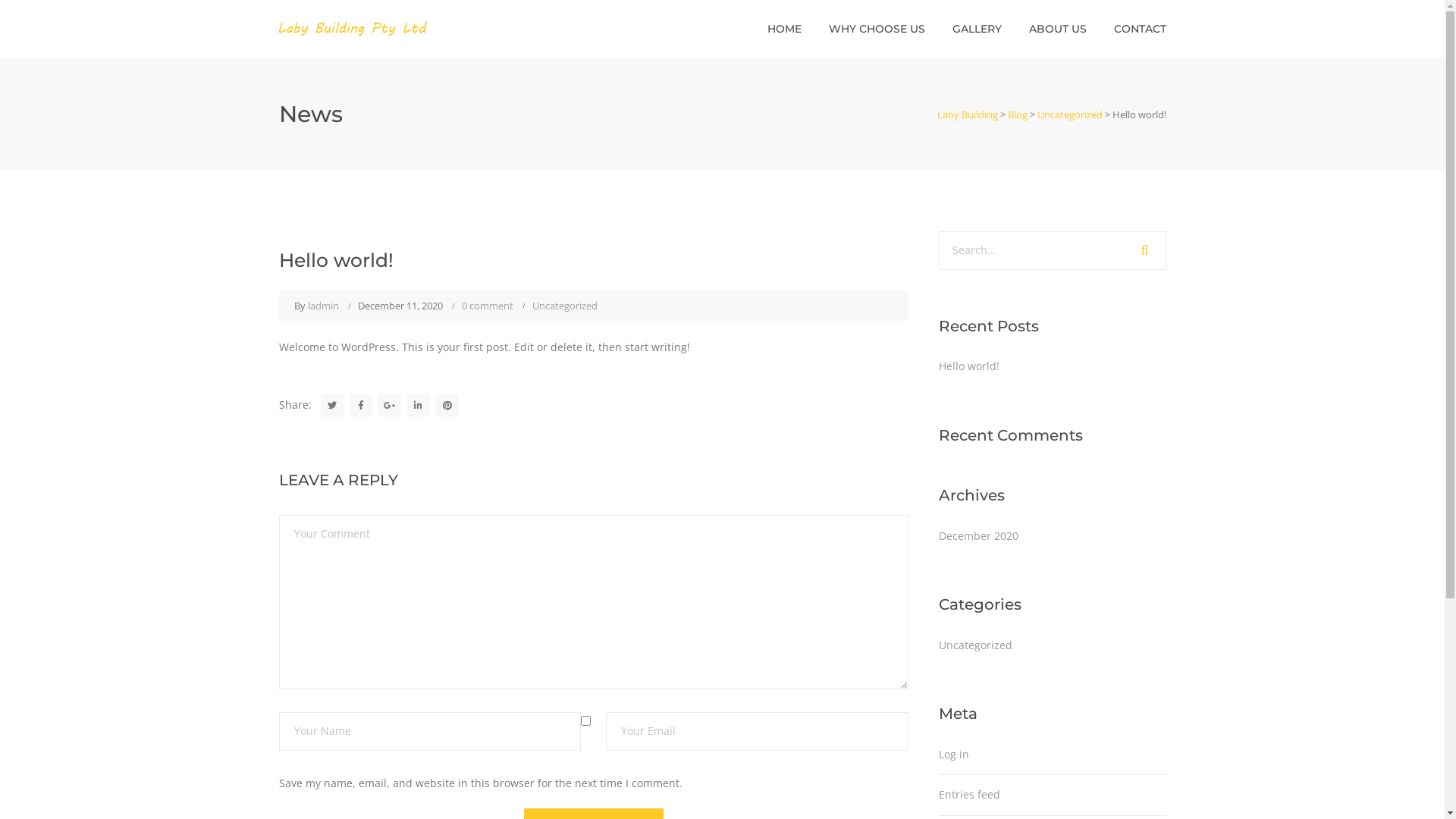 This screenshot has width=1456, height=819. Describe the element at coordinates (876, 29) in the screenshot. I see `'WHY CHOOSE US'` at that location.